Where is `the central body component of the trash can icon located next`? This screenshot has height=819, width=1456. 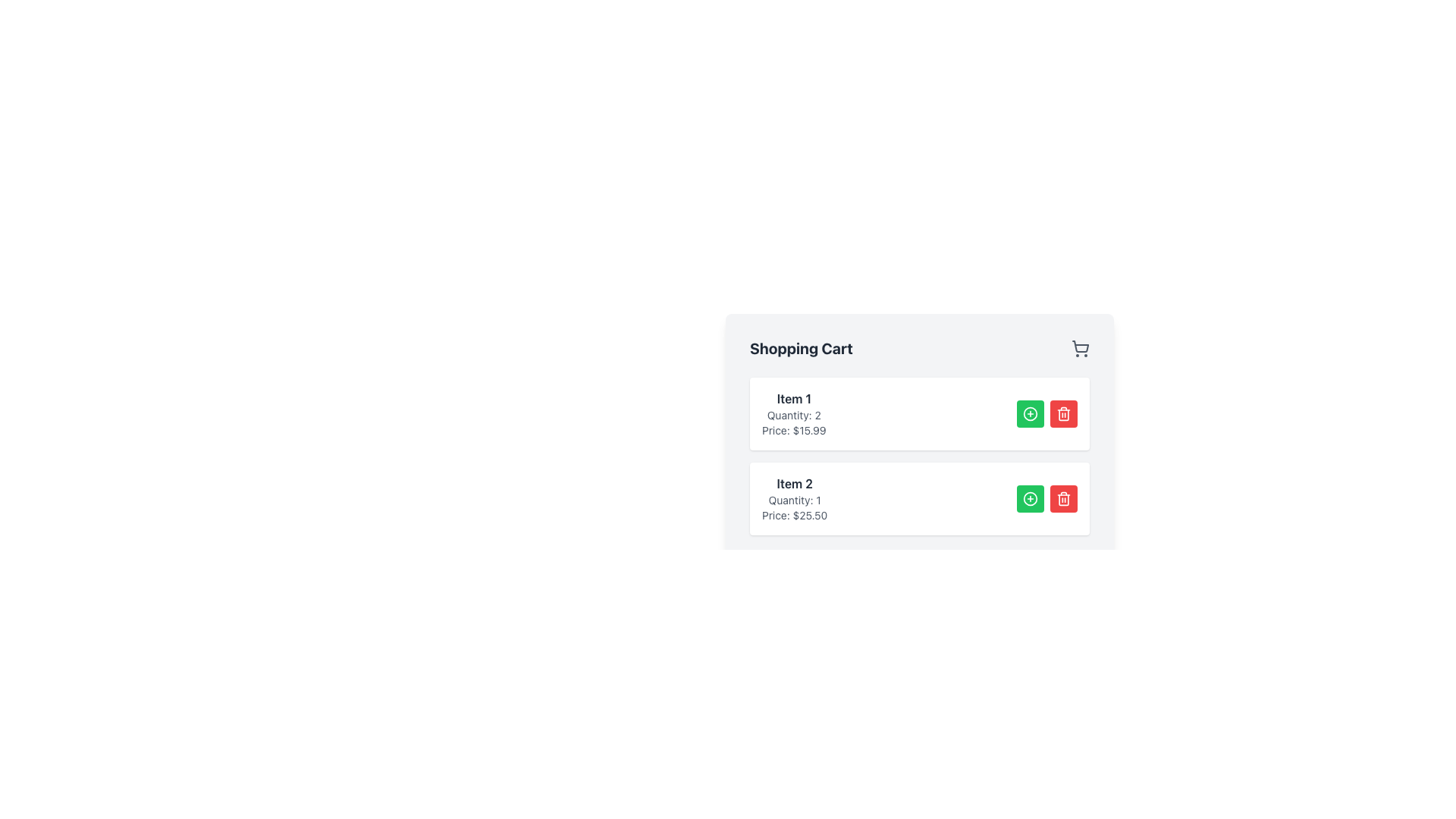 the central body component of the trash can icon located next is located at coordinates (1062, 500).